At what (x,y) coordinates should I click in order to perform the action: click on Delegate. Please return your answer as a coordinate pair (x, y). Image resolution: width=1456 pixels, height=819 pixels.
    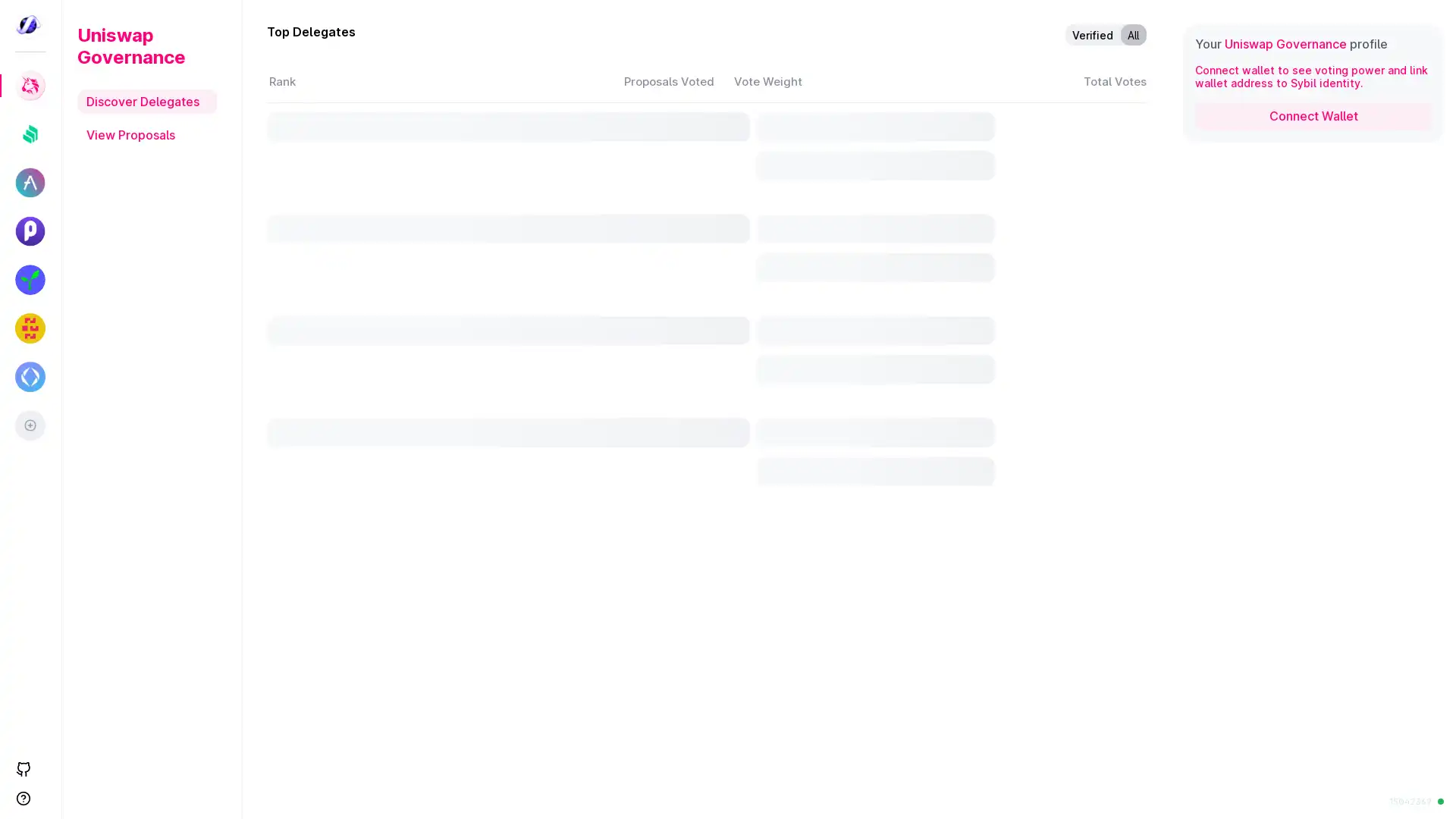
    Looking at the image, I should click on (1006, 132).